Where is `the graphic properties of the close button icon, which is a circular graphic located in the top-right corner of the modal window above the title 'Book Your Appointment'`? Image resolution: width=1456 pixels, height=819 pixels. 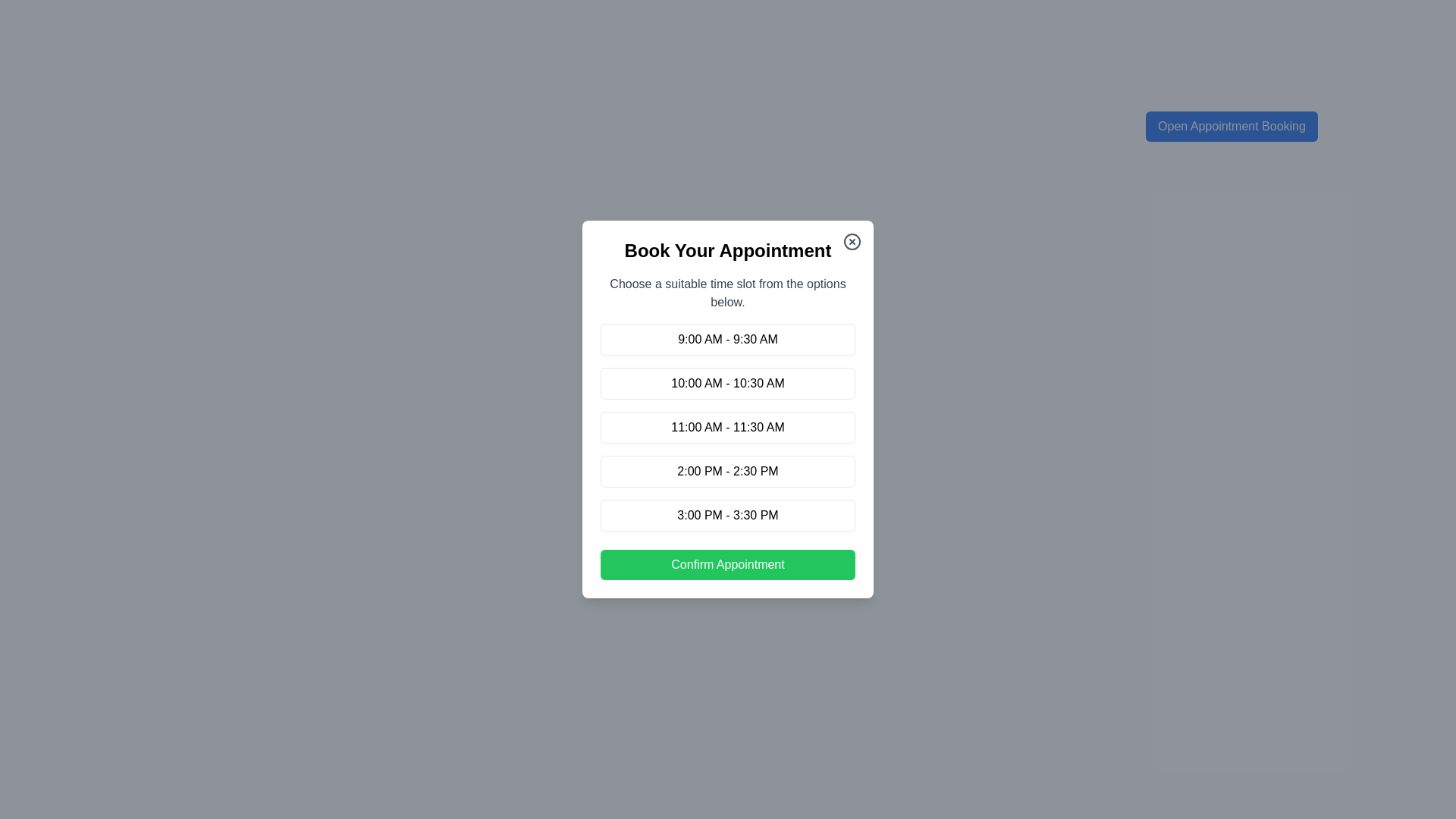 the graphic properties of the close button icon, which is a circular graphic located in the top-right corner of the modal window above the title 'Book Your Appointment' is located at coordinates (852, 241).